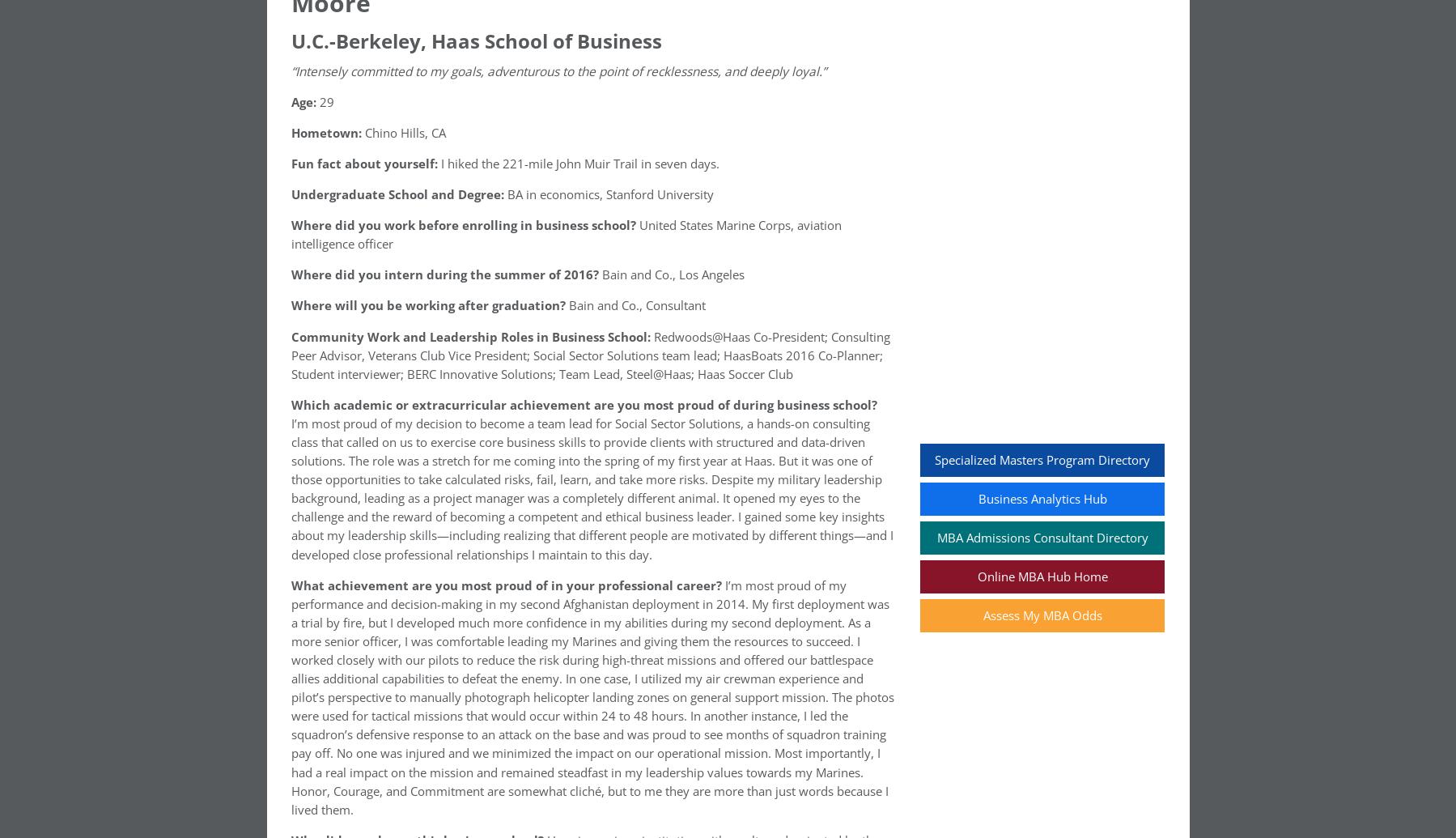 This screenshot has width=1456, height=838. I want to click on 'or leave a comment below.', so click(507, 270).